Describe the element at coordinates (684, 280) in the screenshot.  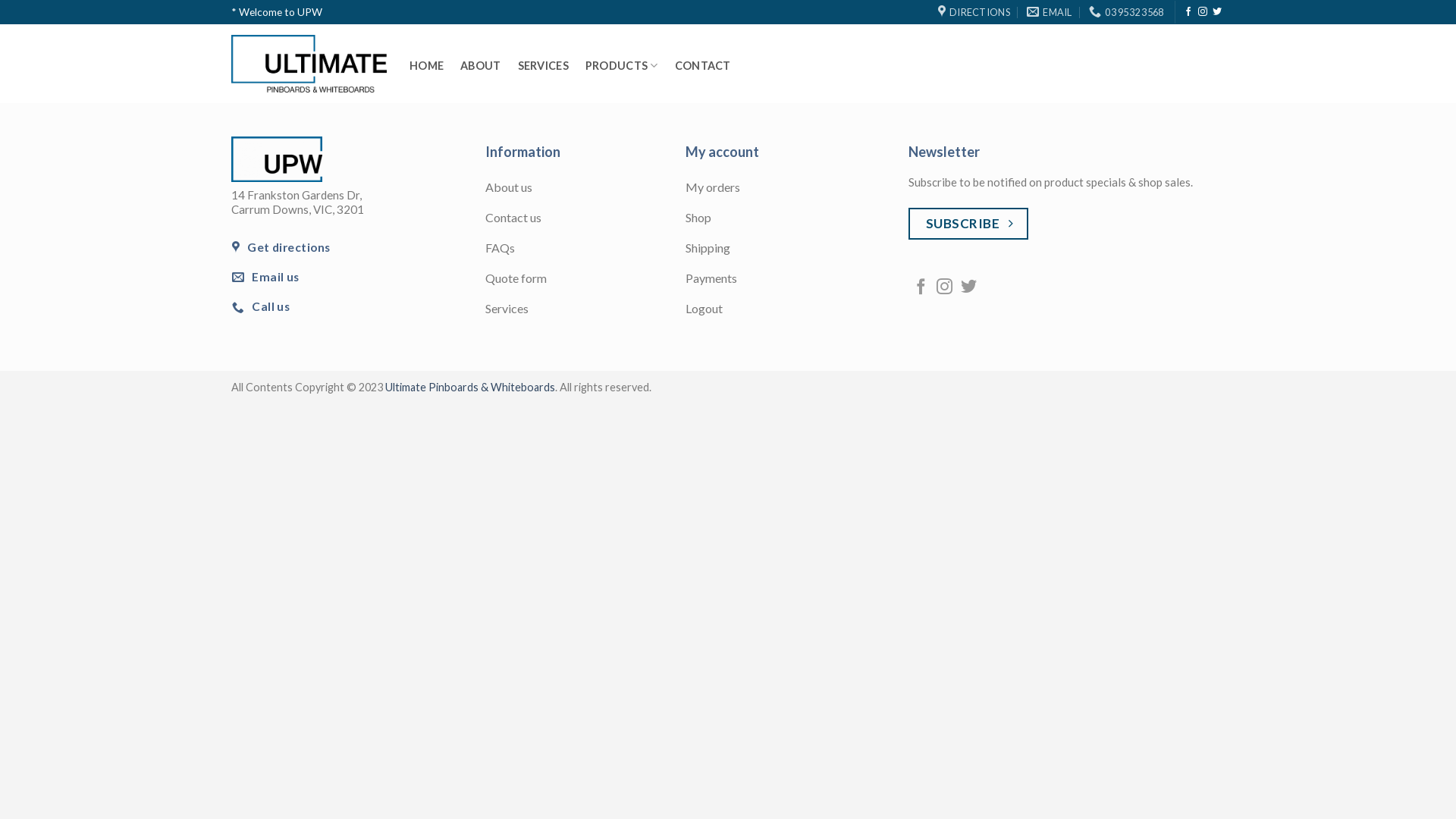
I see `'Payments'` at that location.